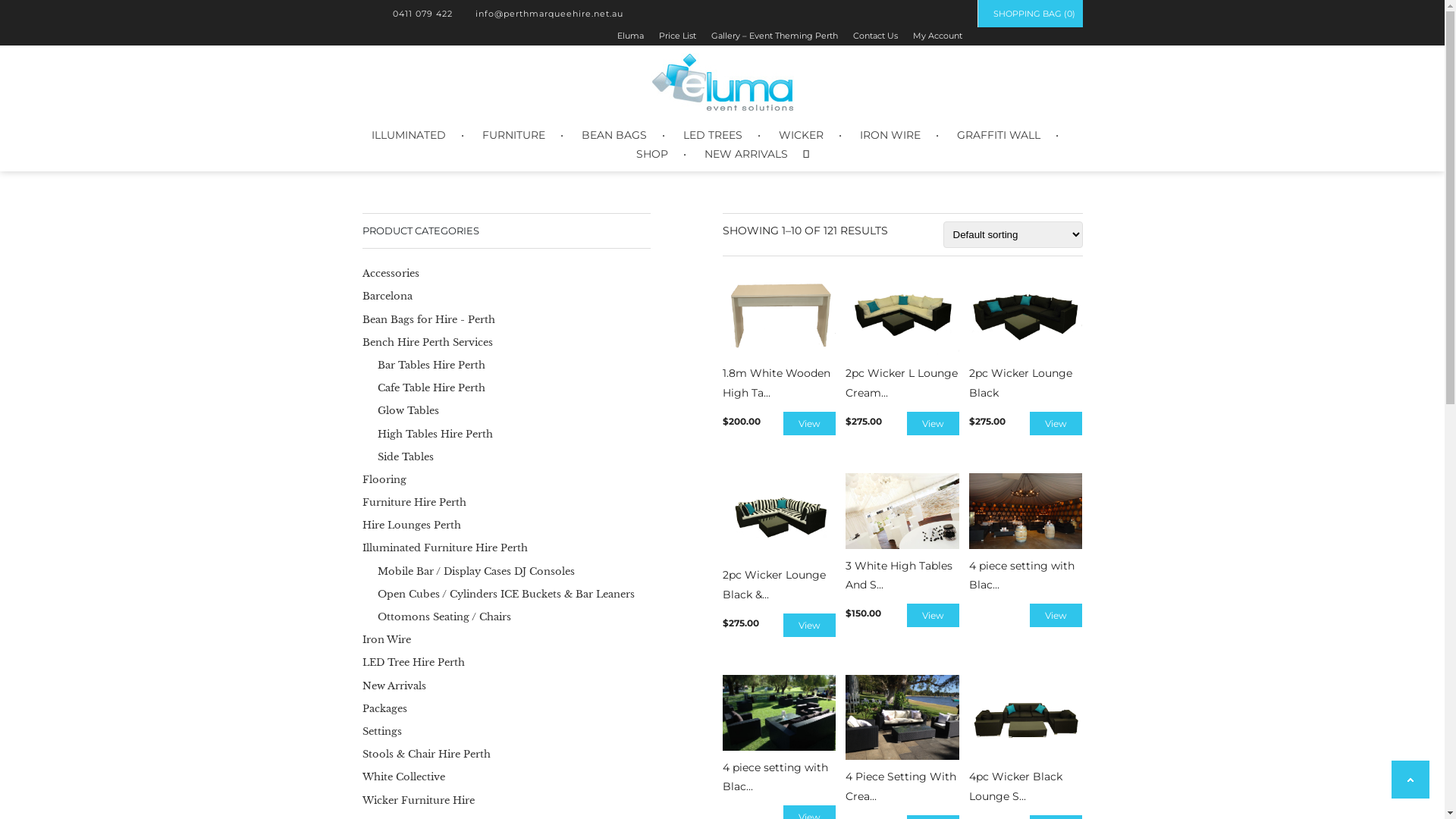 The image size is (1456, 819). Describe the element at coordinates (391, 273) in the screenshot. I see `'Accessories'` at that location.